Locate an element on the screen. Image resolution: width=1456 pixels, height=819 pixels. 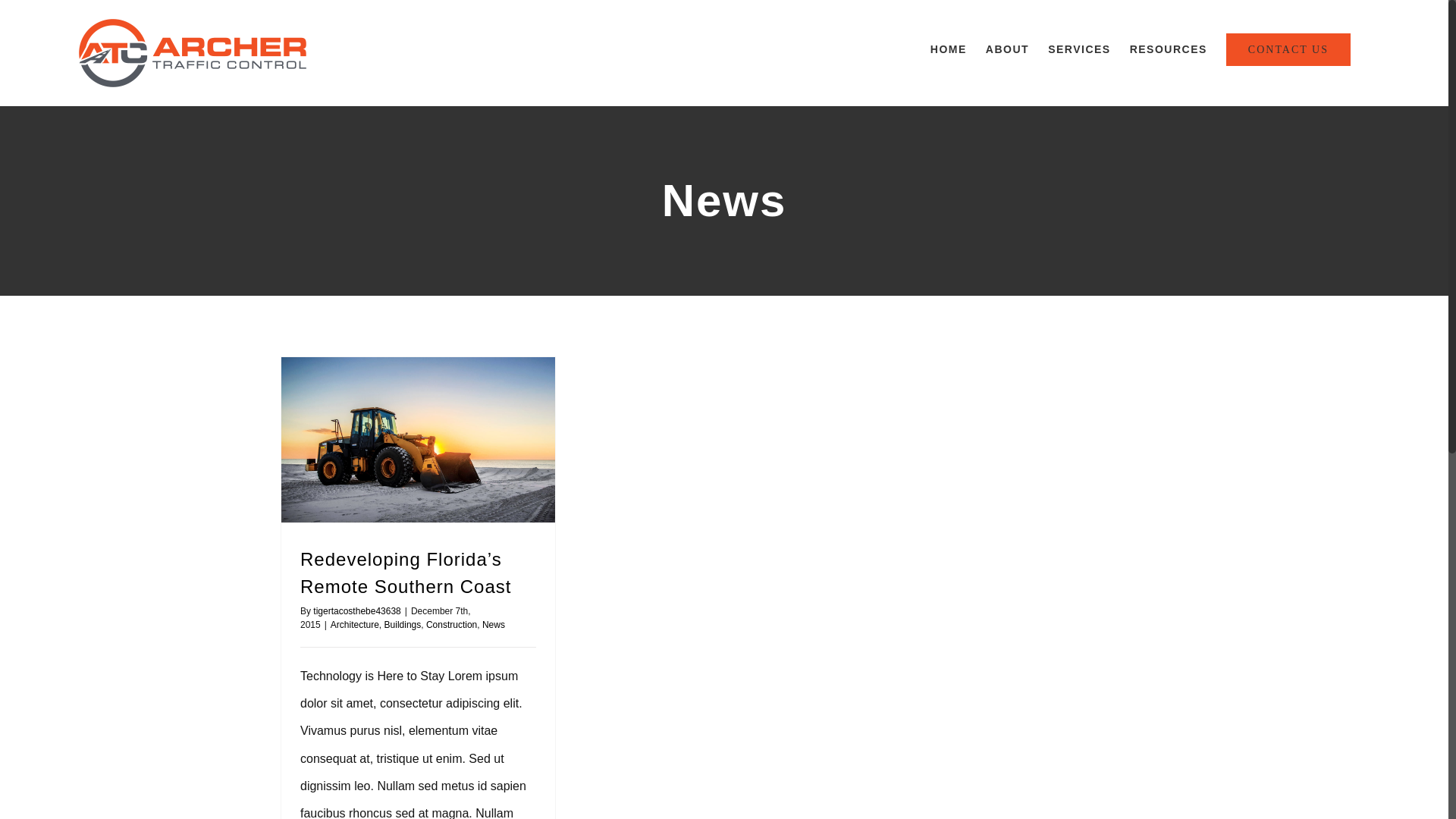
'HOME' is located at coordinates (948, 49).